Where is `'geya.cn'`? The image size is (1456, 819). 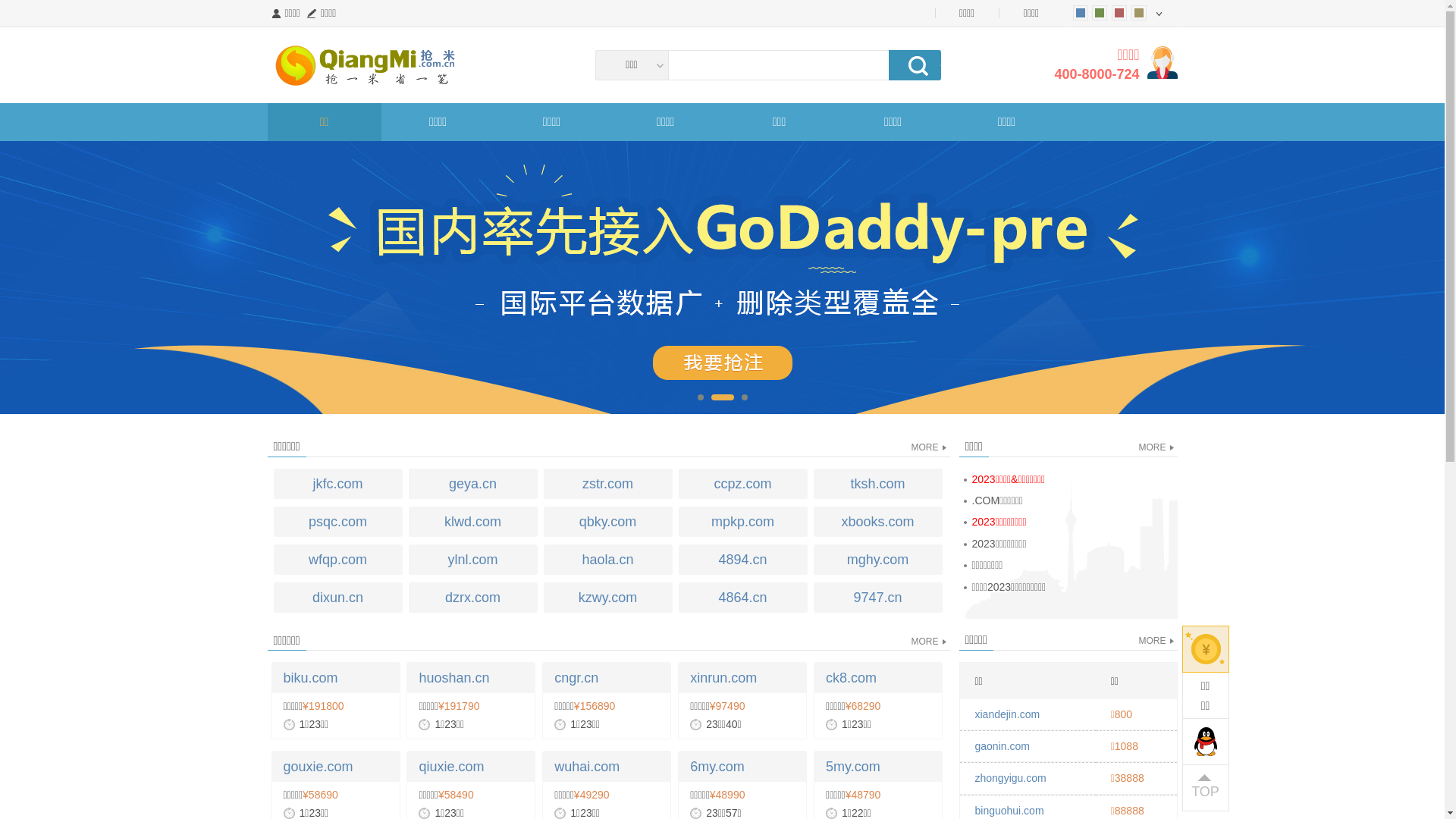
'geya.cn' is located at coordinates (472, 483).